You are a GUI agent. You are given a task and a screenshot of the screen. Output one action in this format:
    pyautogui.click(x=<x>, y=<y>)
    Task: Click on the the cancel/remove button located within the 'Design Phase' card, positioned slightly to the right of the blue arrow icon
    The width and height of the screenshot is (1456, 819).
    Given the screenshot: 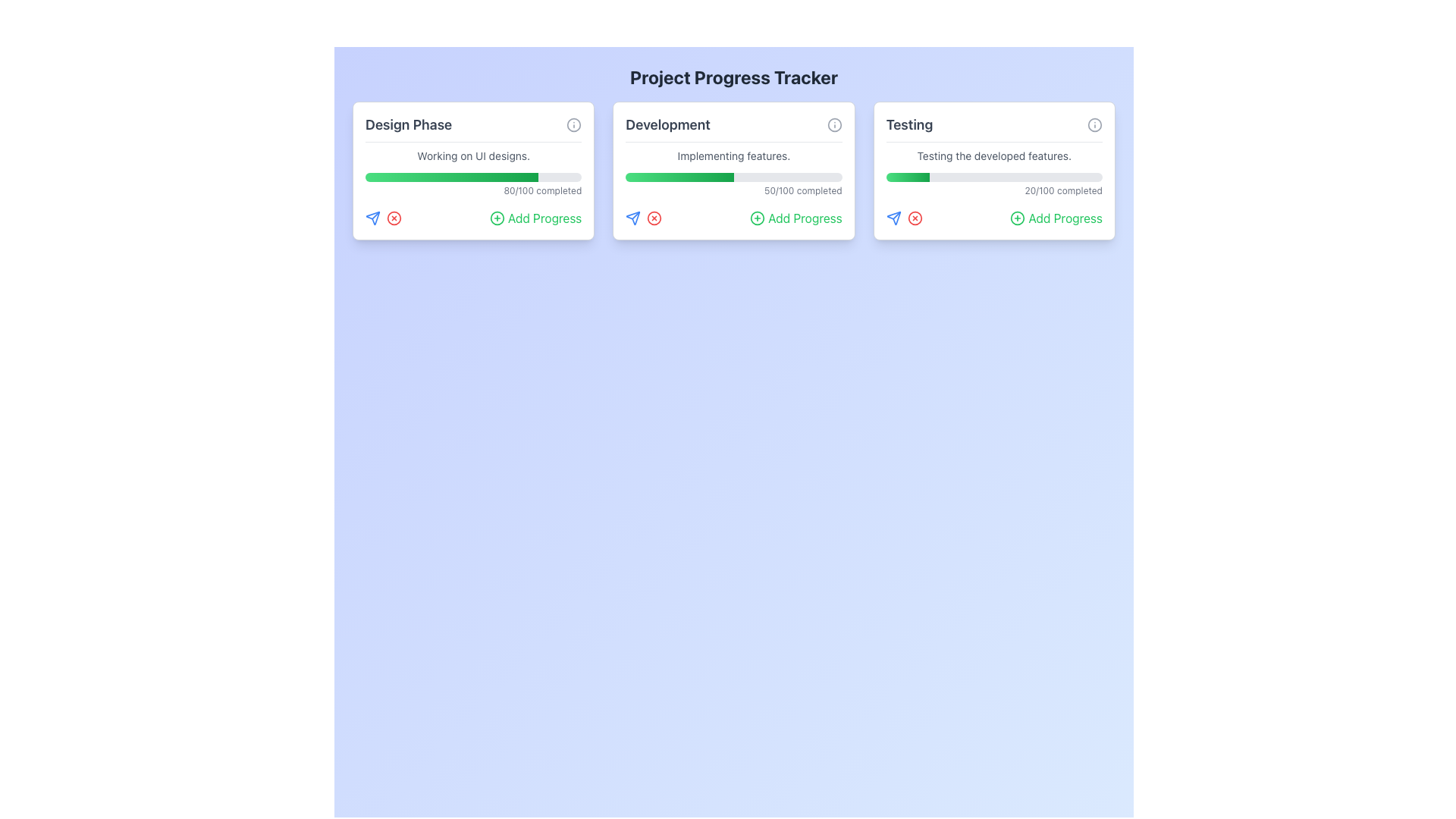 What is the action you would take?
    pyautogui.click(x=394, y=218)
    